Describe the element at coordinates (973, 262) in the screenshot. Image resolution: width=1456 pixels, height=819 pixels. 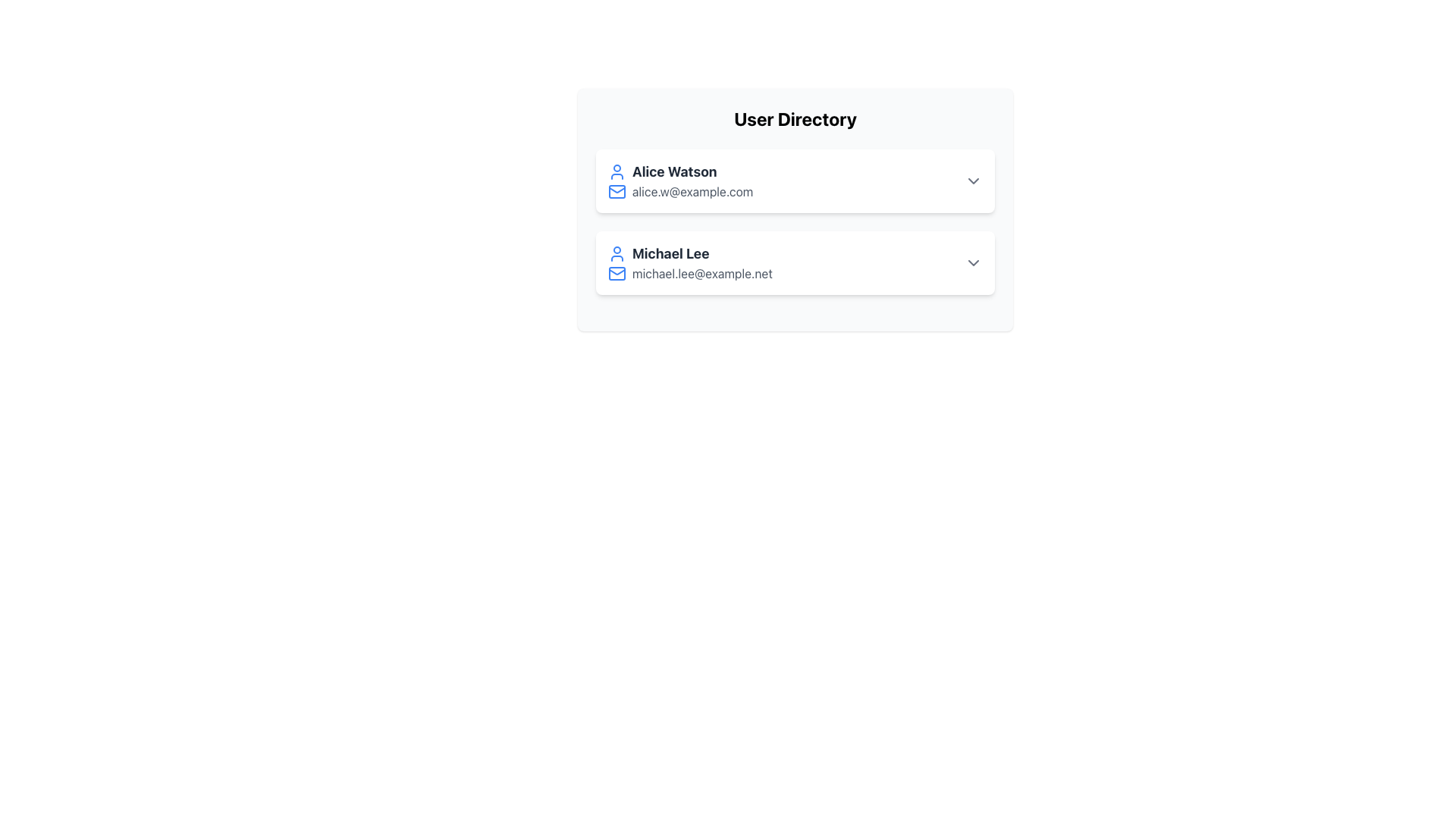
I see `the chevron-down icon located at the far right of the user entry for 'Michael Lee'` at that location.